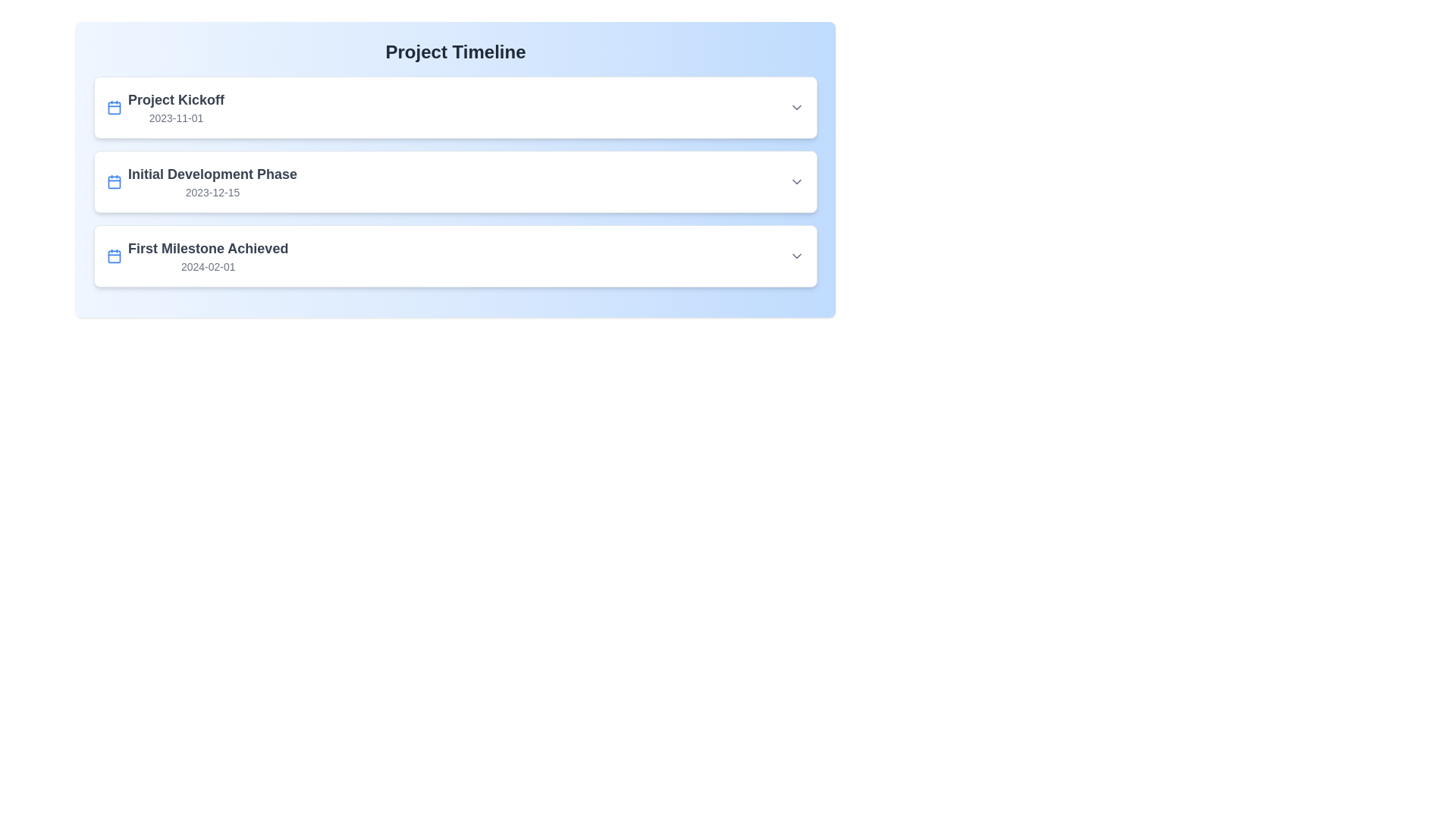 Image resolution: width=1456 pixels, height=819 pixels. I want to click on the first calendar icon associated with 'Project Kickoff 2023-11-01' as static visual information, so click(113, 107).